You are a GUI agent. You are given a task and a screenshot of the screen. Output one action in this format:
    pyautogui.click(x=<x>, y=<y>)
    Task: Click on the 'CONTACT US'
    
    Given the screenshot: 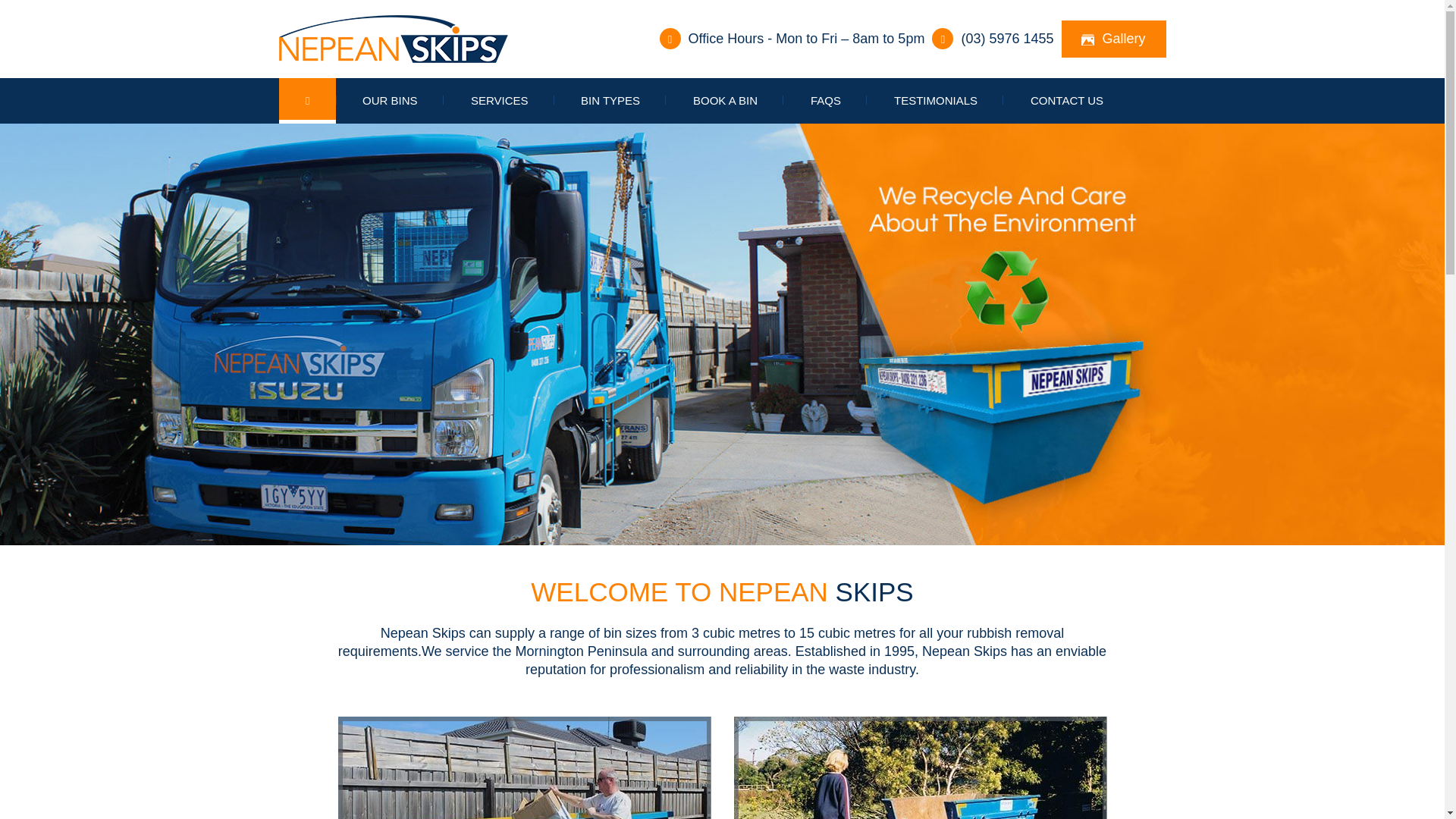 What is the action you would take?
    pyautogui.click(x=1065, y=100)
    